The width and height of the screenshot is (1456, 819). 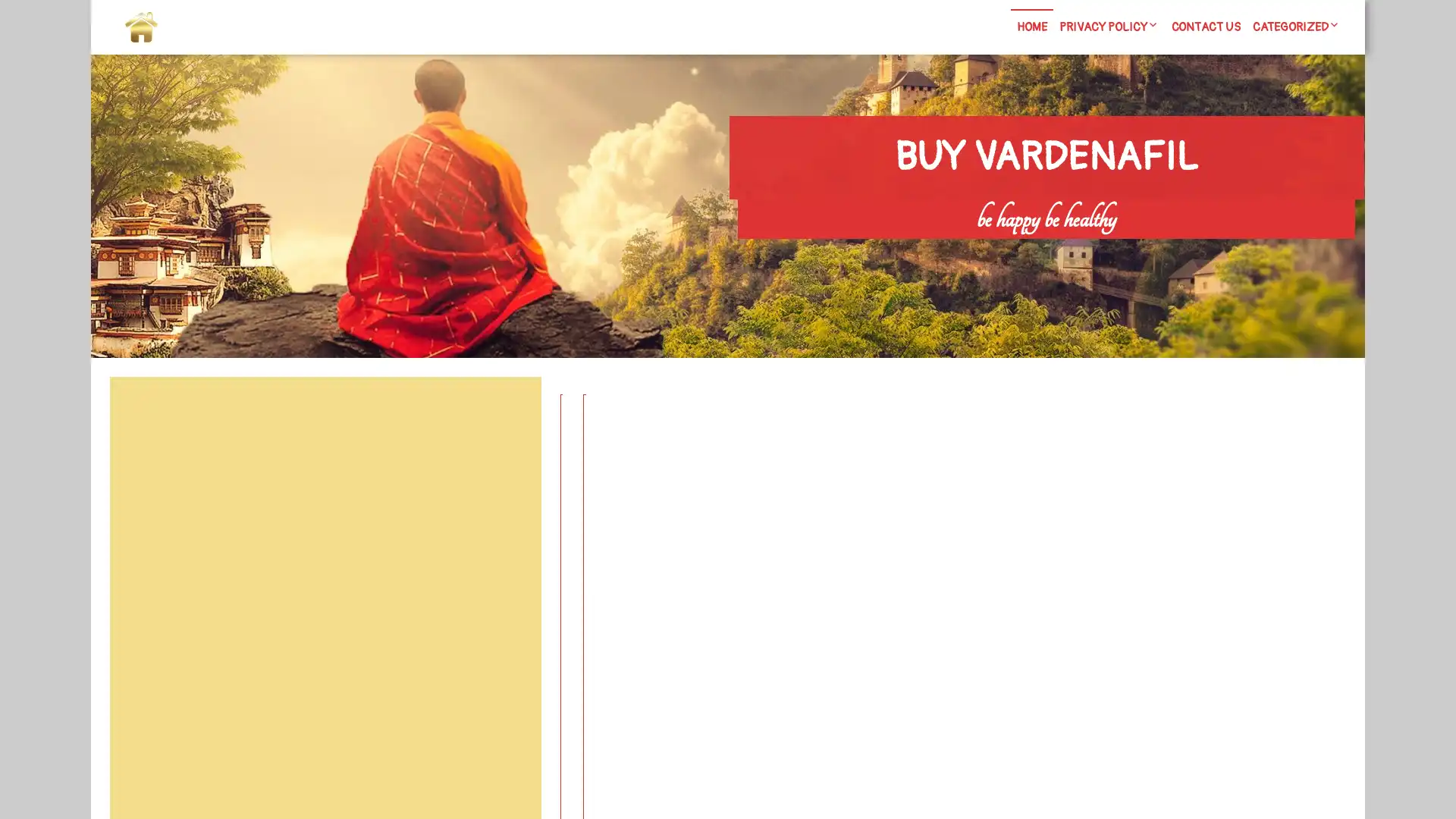 What do you see at coordinates (506, 413) in the screenshot?
I see `Search` at bounding box center [506, 413].